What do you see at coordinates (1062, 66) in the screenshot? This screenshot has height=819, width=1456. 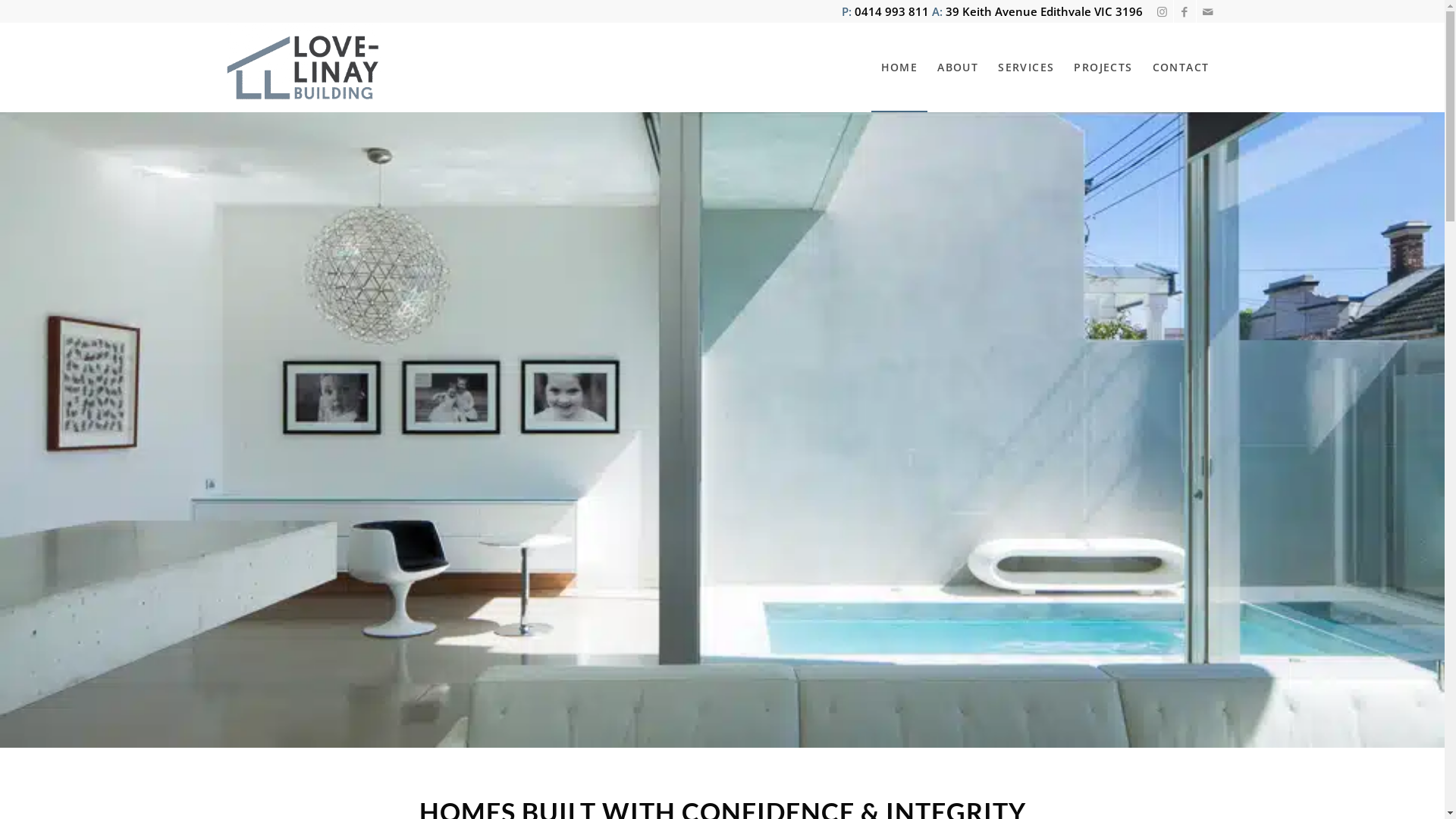 I see `'PROJECTS'` at bounding box center [1062, 66].